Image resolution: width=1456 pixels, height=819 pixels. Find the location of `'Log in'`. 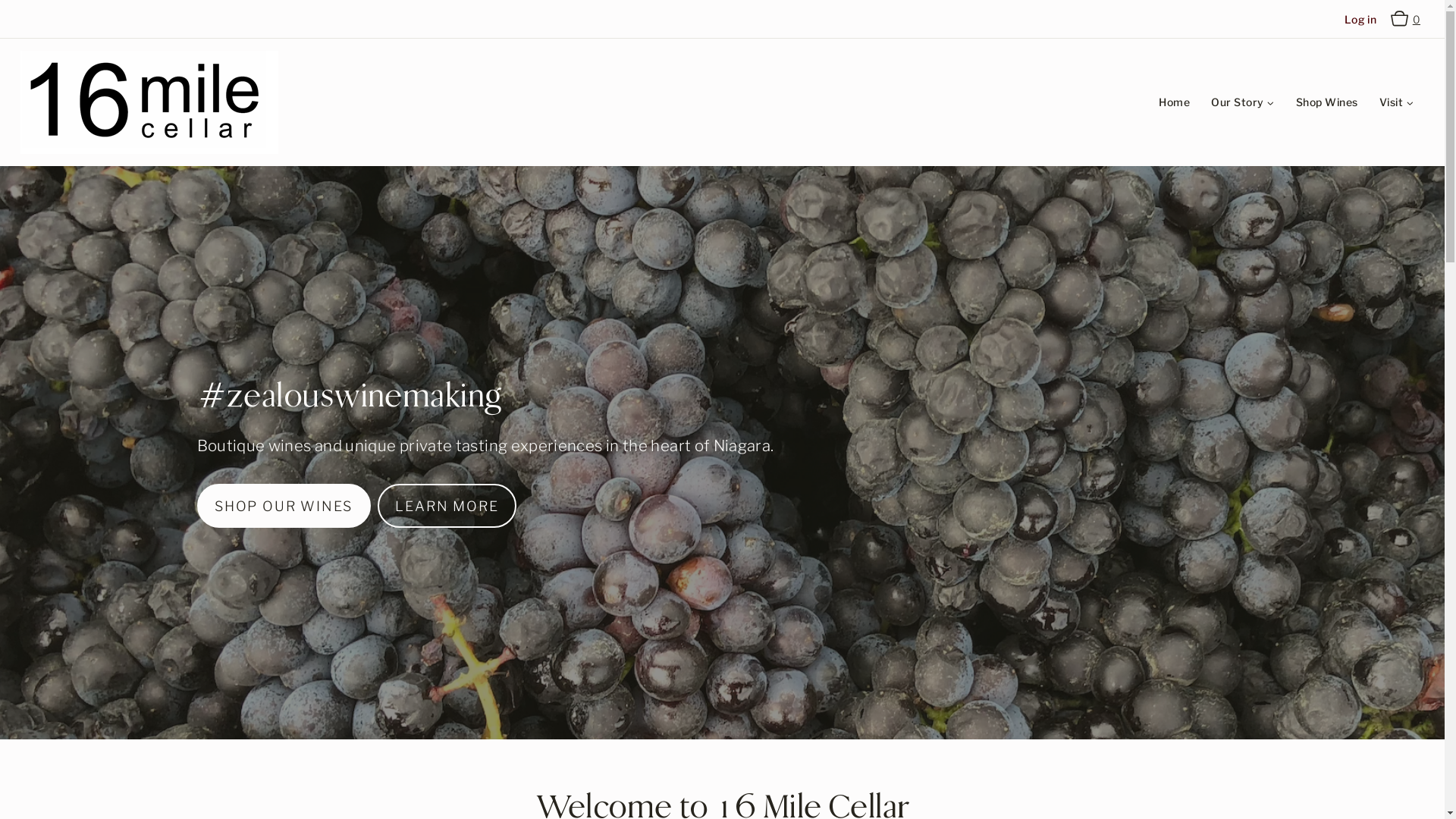

'Log in' is located at coordinates (1344, 19).